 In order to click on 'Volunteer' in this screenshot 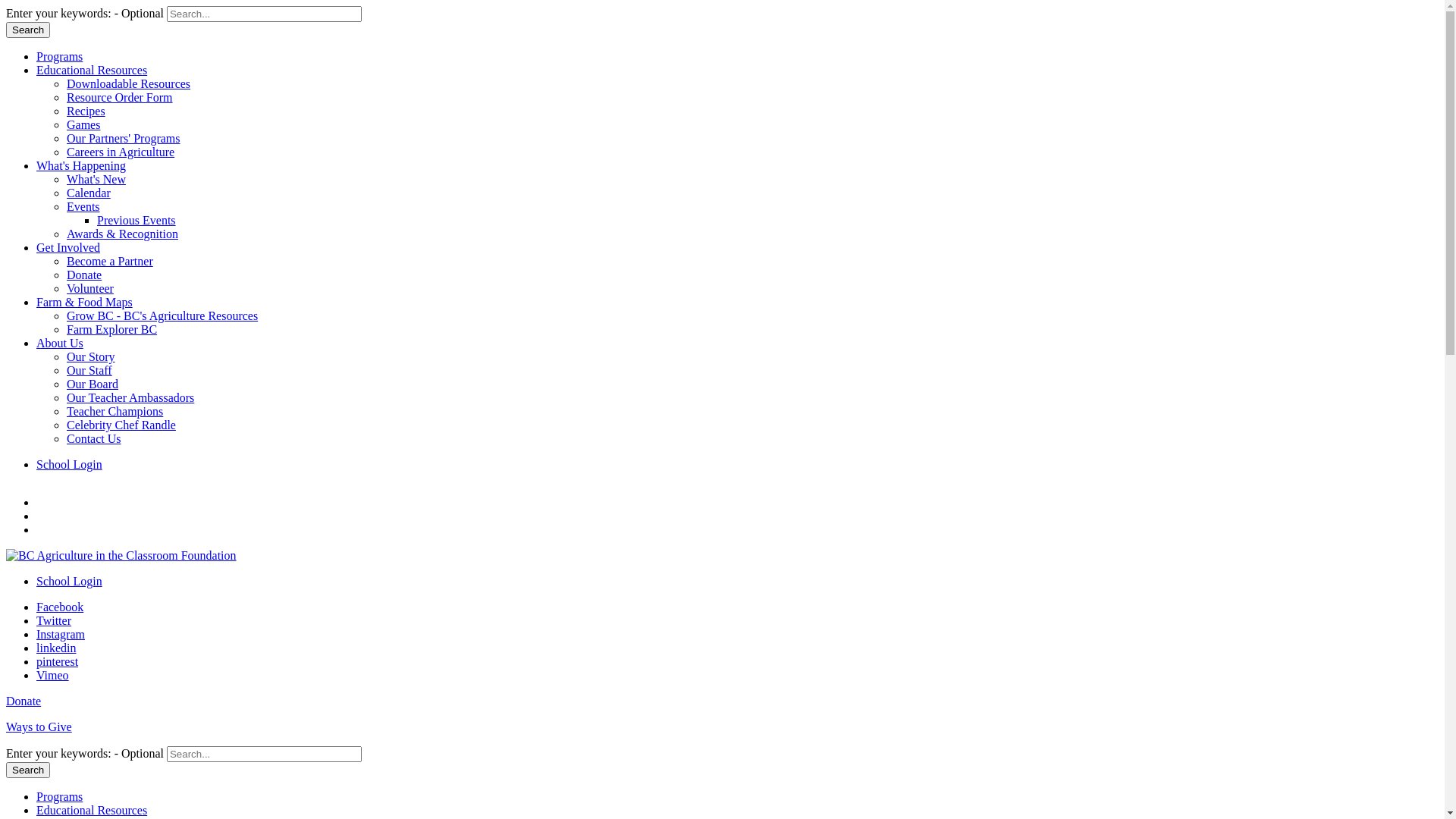, I will do `click(89, 288)`.